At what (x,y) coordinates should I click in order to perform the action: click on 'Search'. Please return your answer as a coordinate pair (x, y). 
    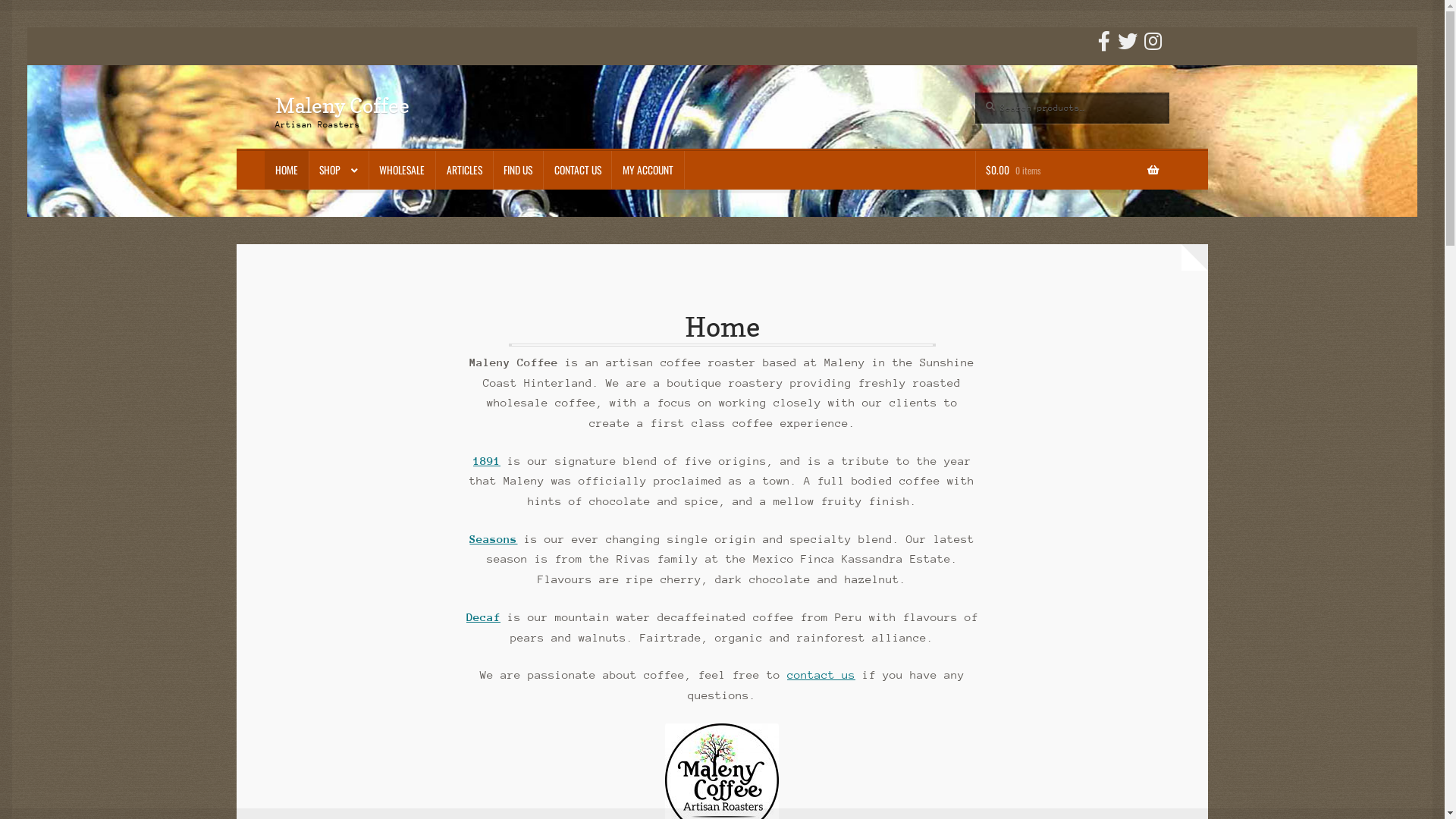
    Looking at the image, I should click on (974, 92).